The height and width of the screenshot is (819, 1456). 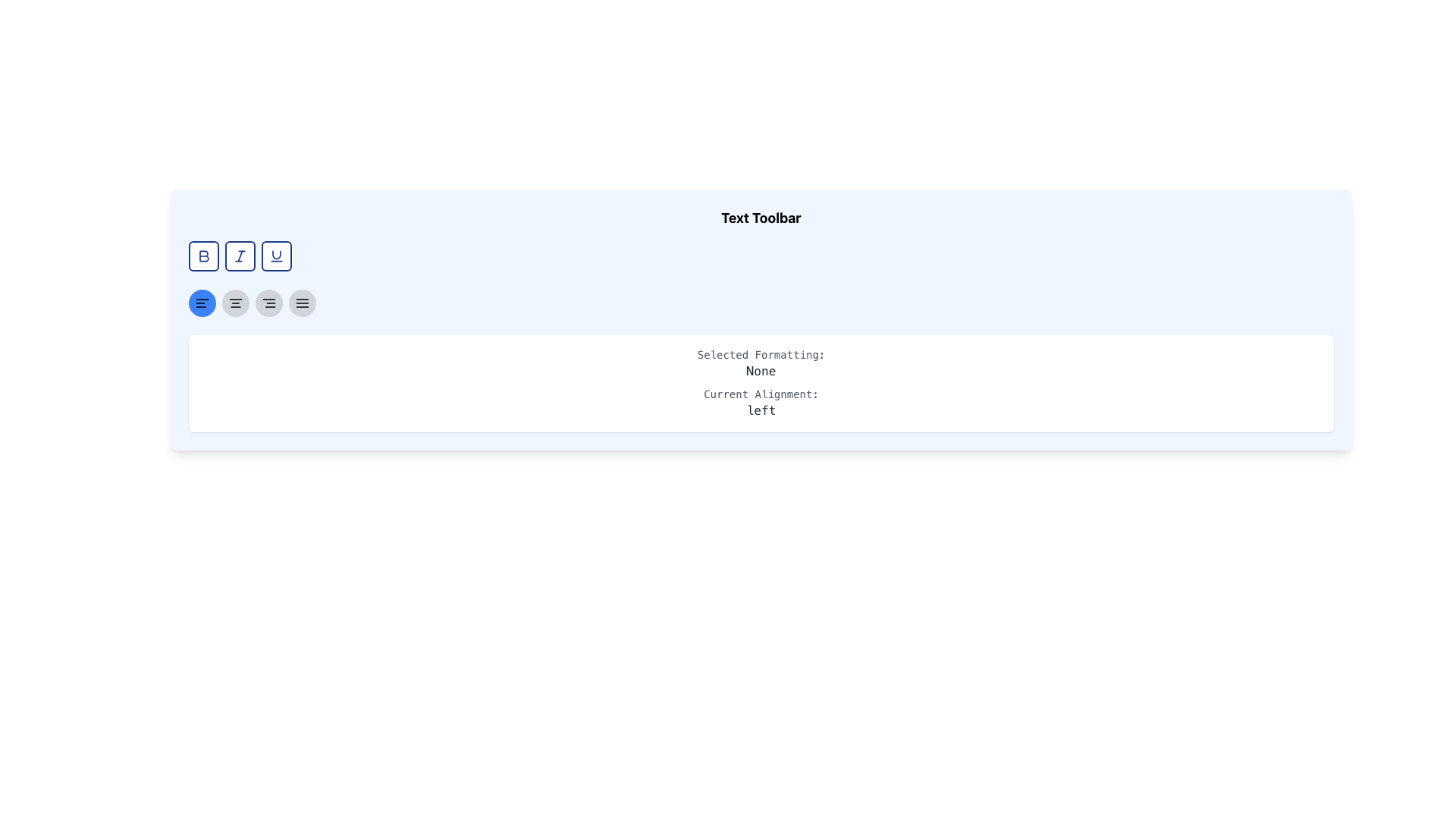 I want to click on the bold letter 'B' icon button in the top-left section of the toolbar, so click(x=203, y=256).